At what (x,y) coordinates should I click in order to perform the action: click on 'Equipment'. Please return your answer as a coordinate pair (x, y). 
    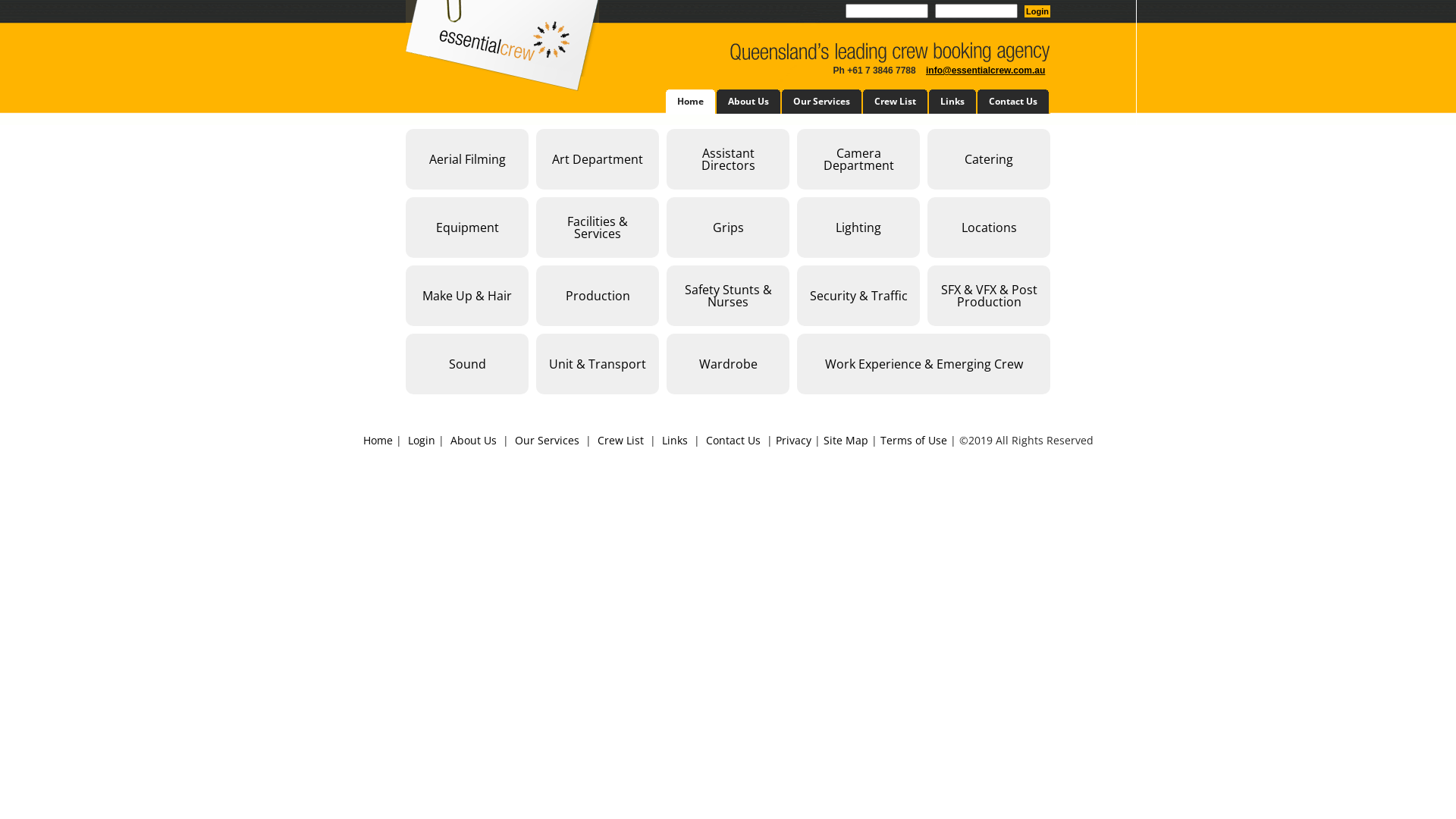
    Looking at the image, I should click on (466, 227).